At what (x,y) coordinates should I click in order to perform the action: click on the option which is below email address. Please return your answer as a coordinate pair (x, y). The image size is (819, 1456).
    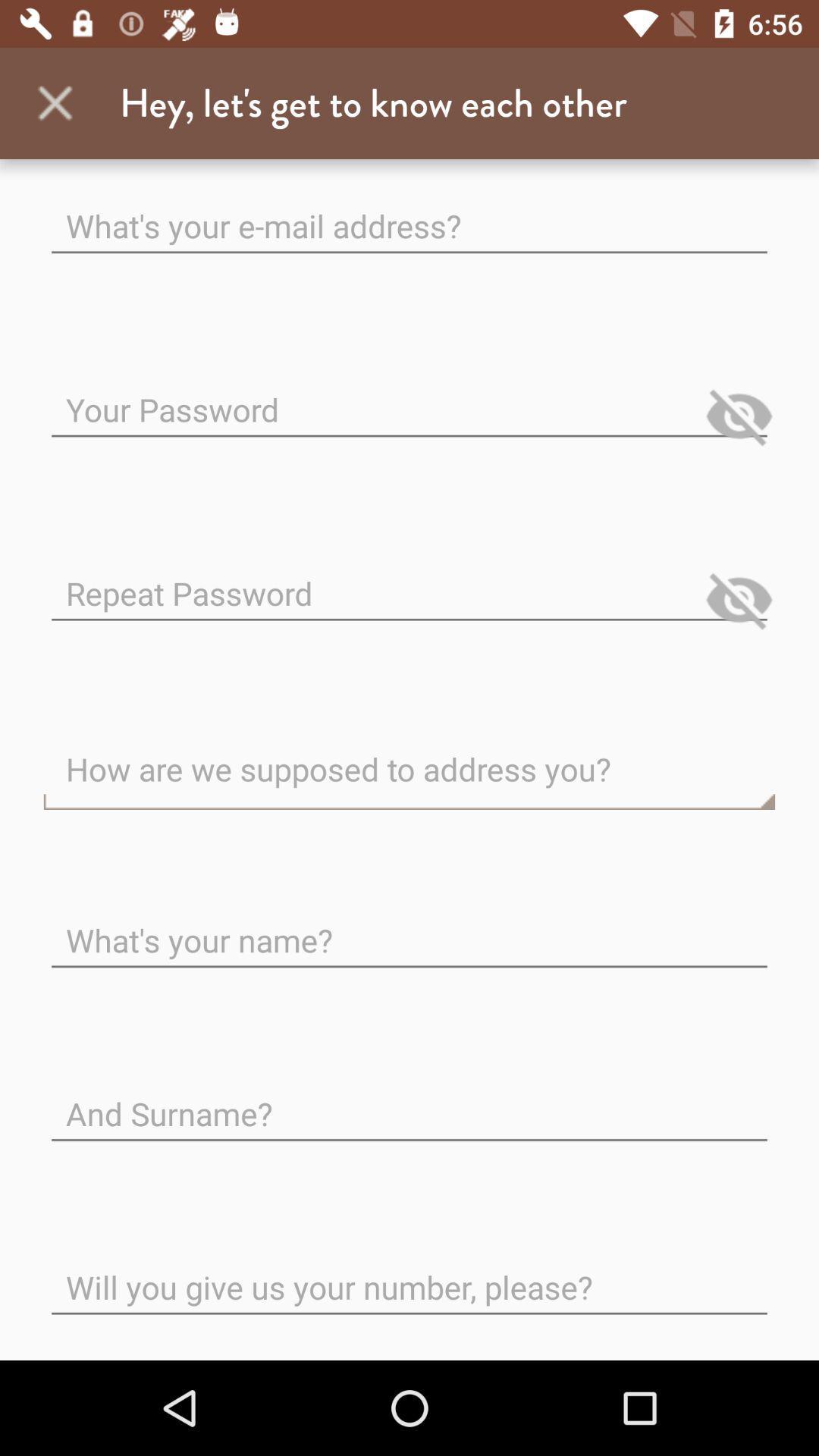
    Looking at the image, I should click on (409, 397).